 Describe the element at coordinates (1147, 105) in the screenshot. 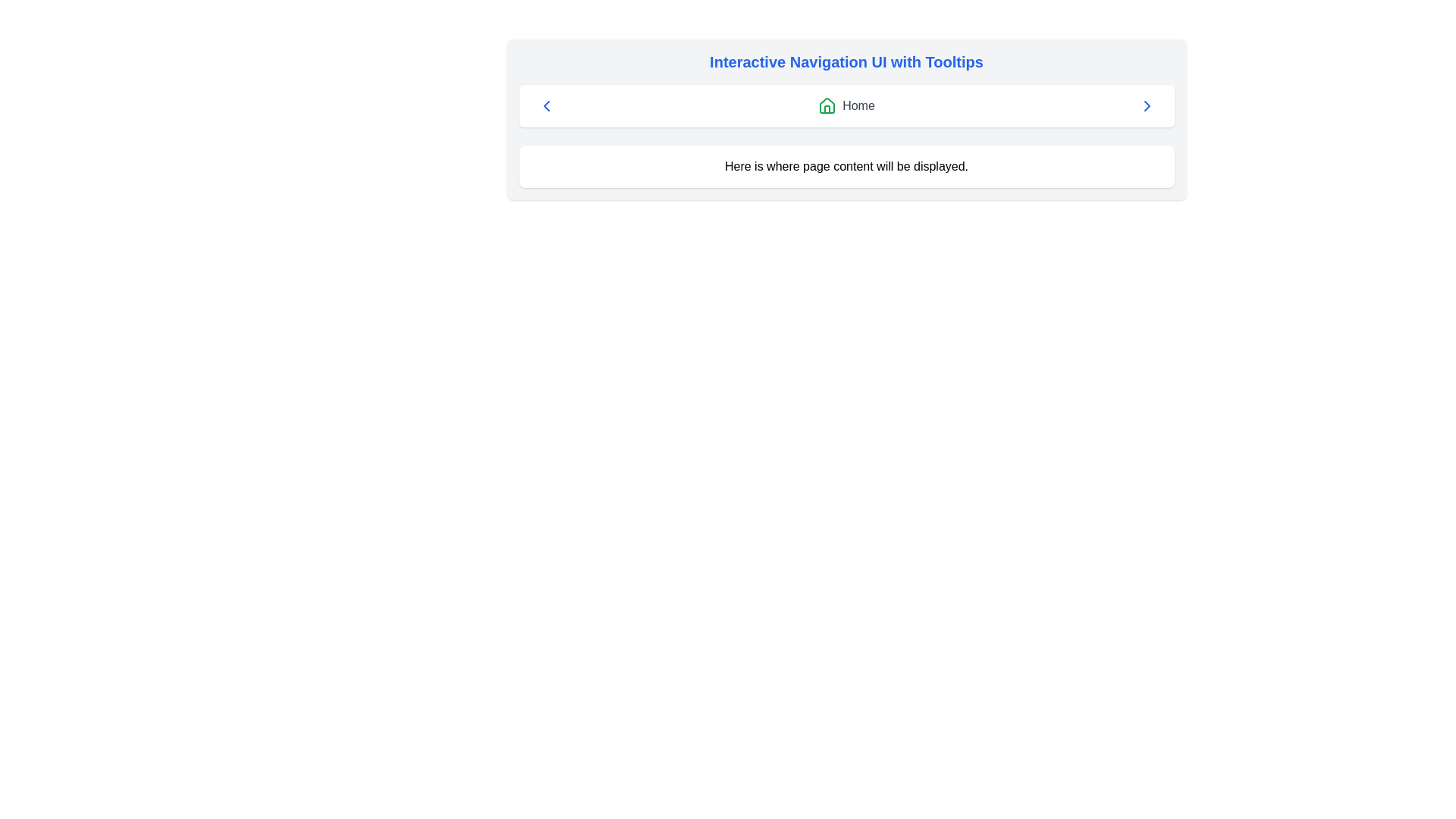

I see `the 'Next' button icon located on the right side of the navigation bar` at that location.